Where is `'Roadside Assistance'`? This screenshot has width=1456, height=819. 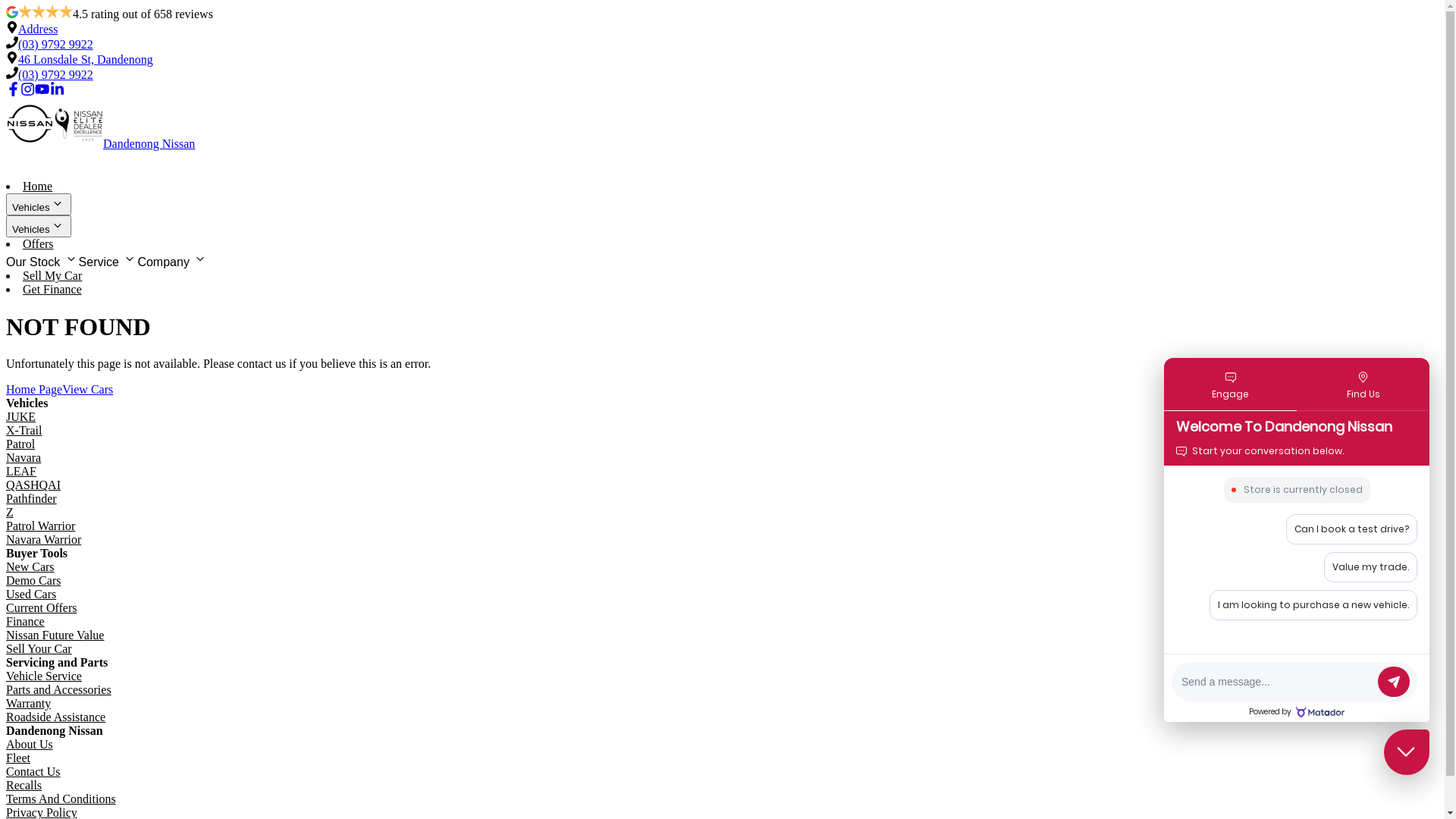
'Roadside Assistance' is located at coordinates (55, 717).